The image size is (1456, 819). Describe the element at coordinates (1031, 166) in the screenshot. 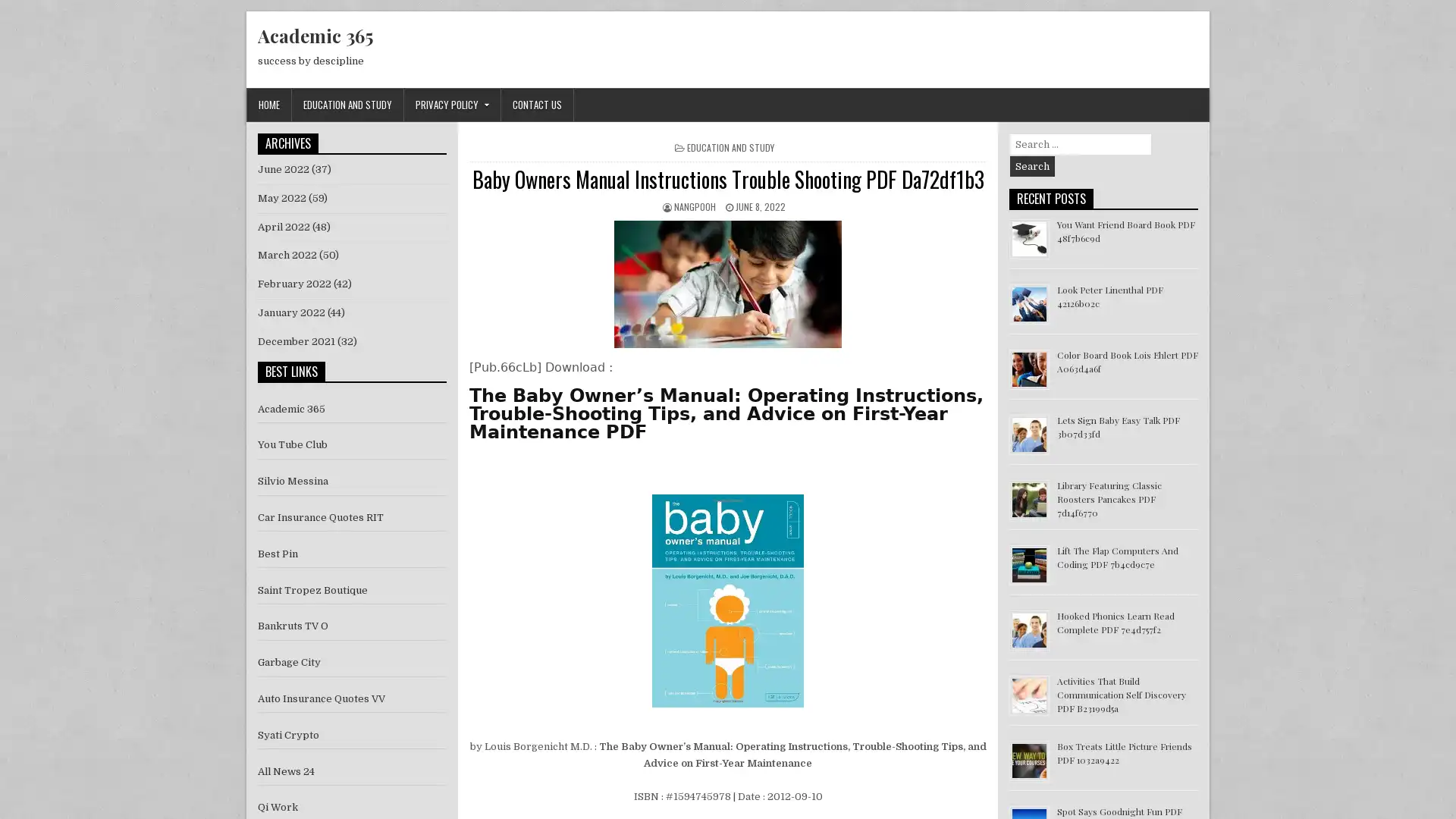

I see `Search` at that location.